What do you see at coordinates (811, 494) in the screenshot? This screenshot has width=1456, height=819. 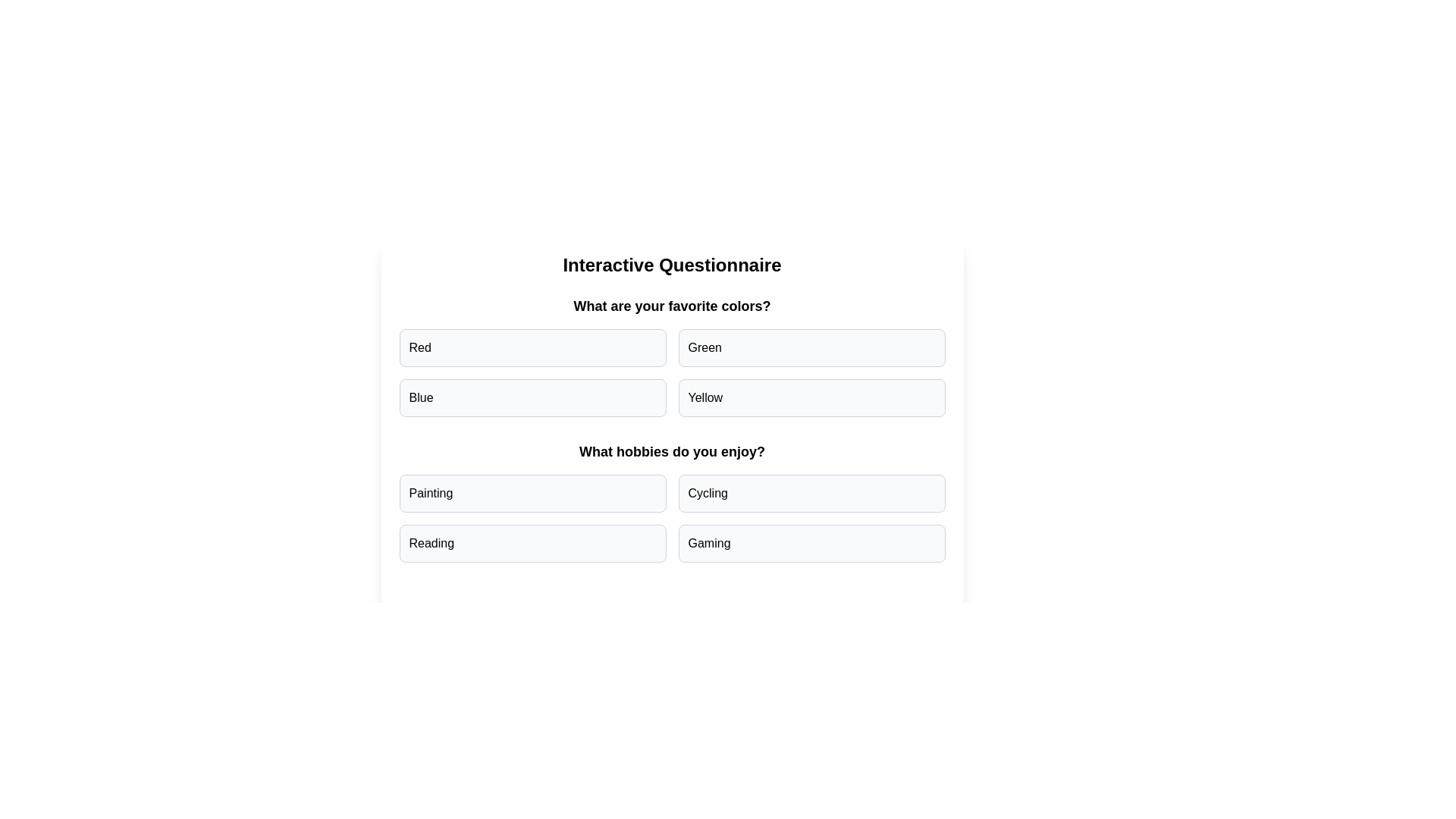 I see `the answer option Cycling for the question What hobbies do you enjoy?` at bounding box center [811, 494].